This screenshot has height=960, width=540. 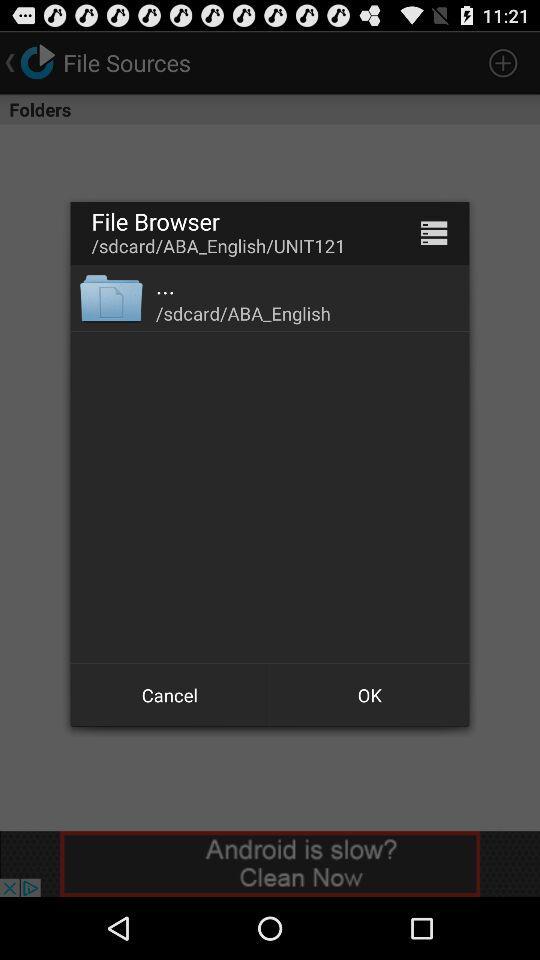 I want to click on the icon above the /sdcard/aba_english, so click(x=164, y=284).